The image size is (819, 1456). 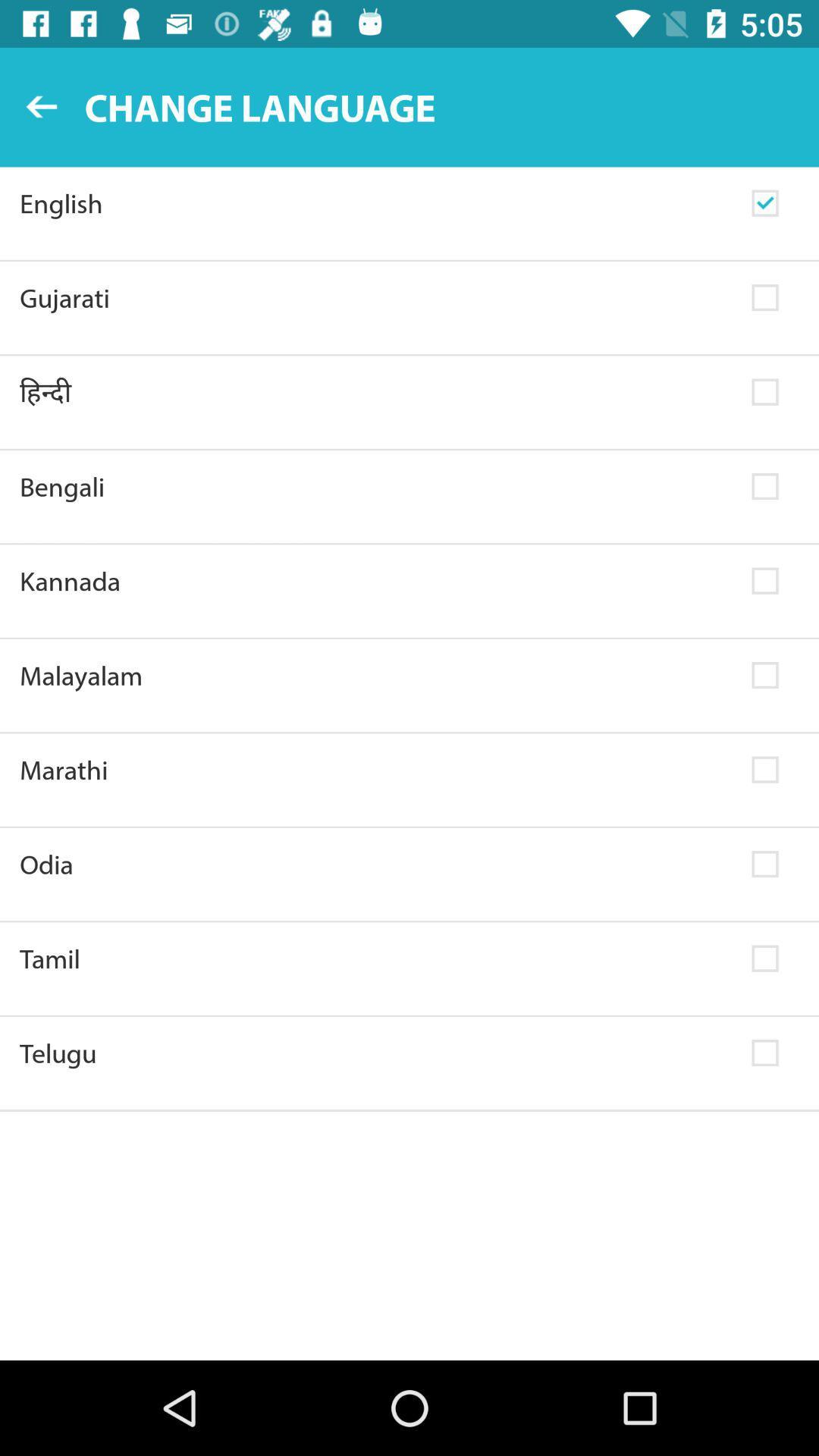 What do you see at coordinates (375, 1052) in the screenshot?
I see `telugu item` at bounding box center [375, 1052].